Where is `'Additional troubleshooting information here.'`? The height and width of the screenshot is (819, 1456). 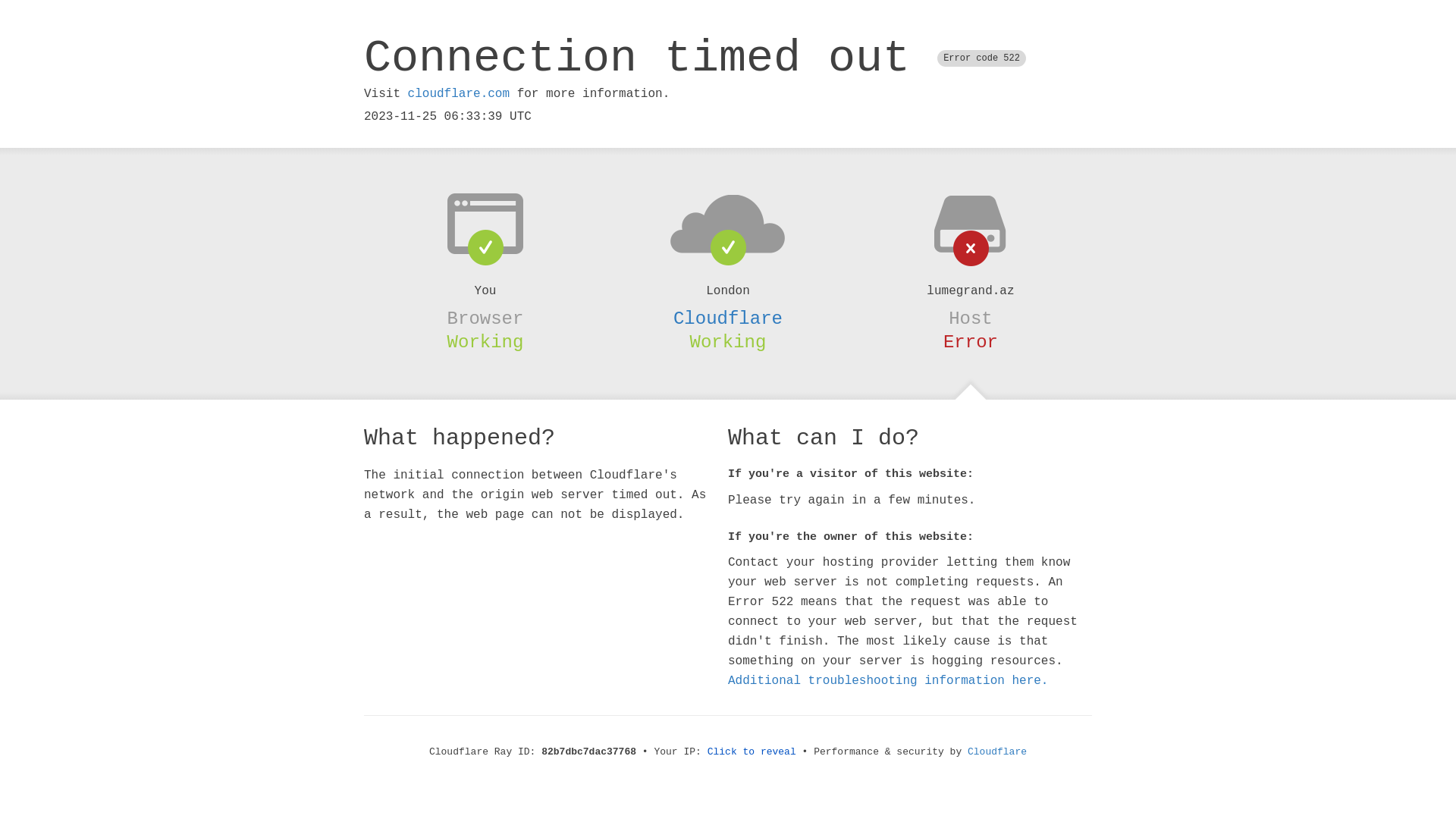
'Additional troubleshooting information here.' is located at coordinates (888, 680).